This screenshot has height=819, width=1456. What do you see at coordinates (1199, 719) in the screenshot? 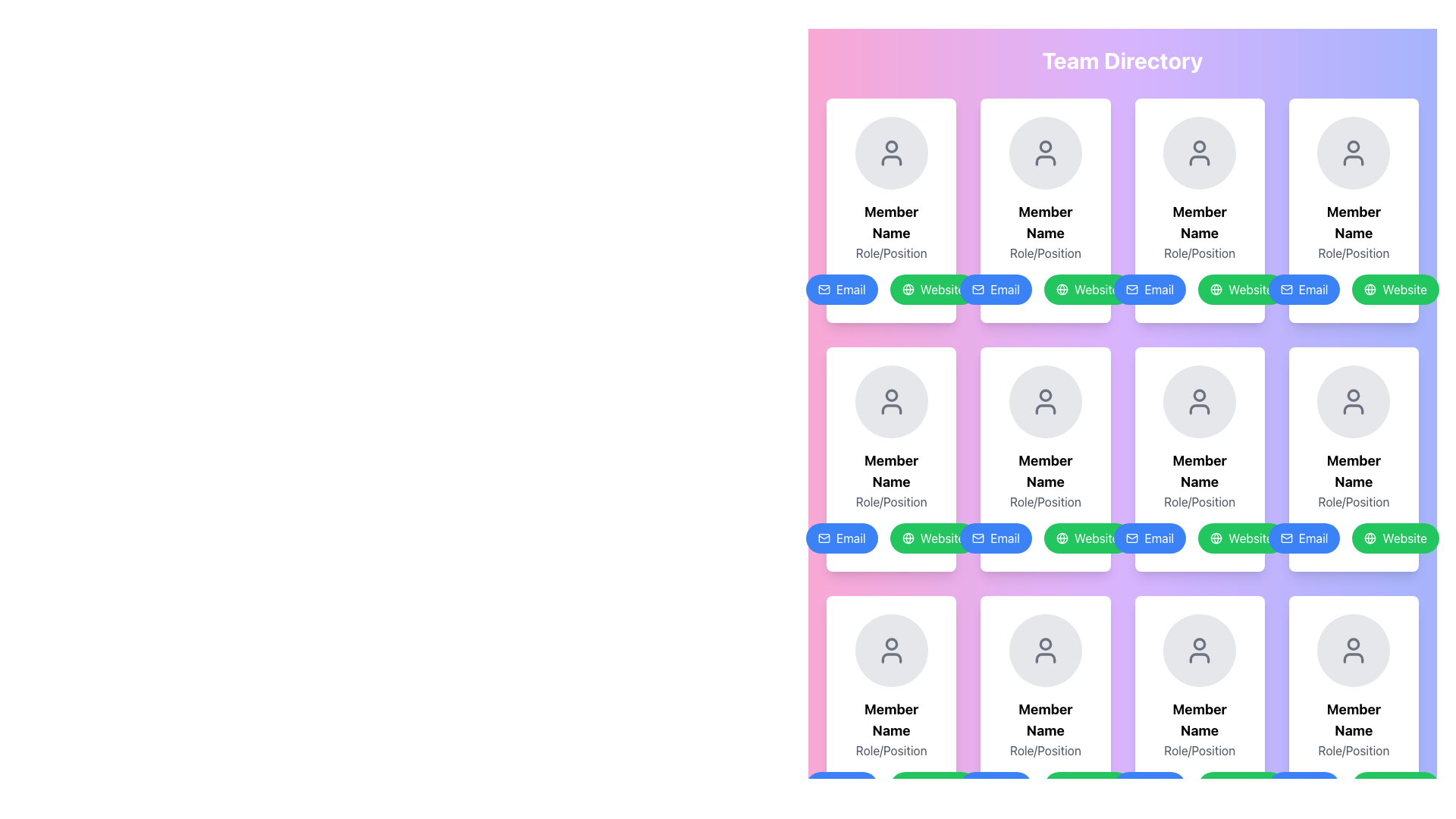
I see `the 'Member Name' label, which is a bold and large text block located below the circular avatar placeholder on a member card layout, positioned in the last column of the bottom row of the grid` at bounding box center [1199, 719].